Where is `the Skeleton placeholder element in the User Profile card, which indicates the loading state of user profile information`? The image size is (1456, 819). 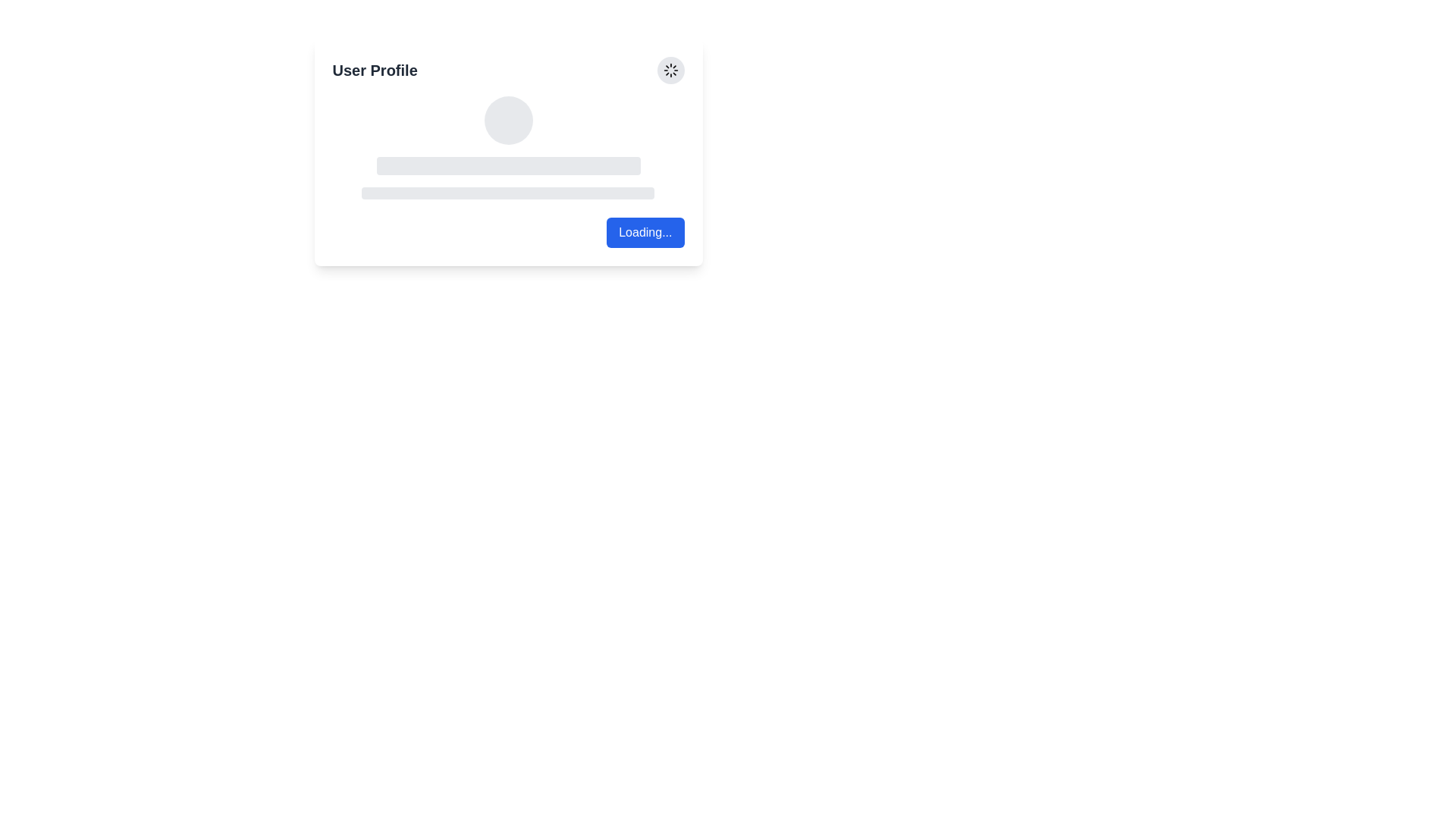
the Skeleton placeholder element in the User Profile card, which indicates the loading state of user profile information is located at coordinates (508, 148).